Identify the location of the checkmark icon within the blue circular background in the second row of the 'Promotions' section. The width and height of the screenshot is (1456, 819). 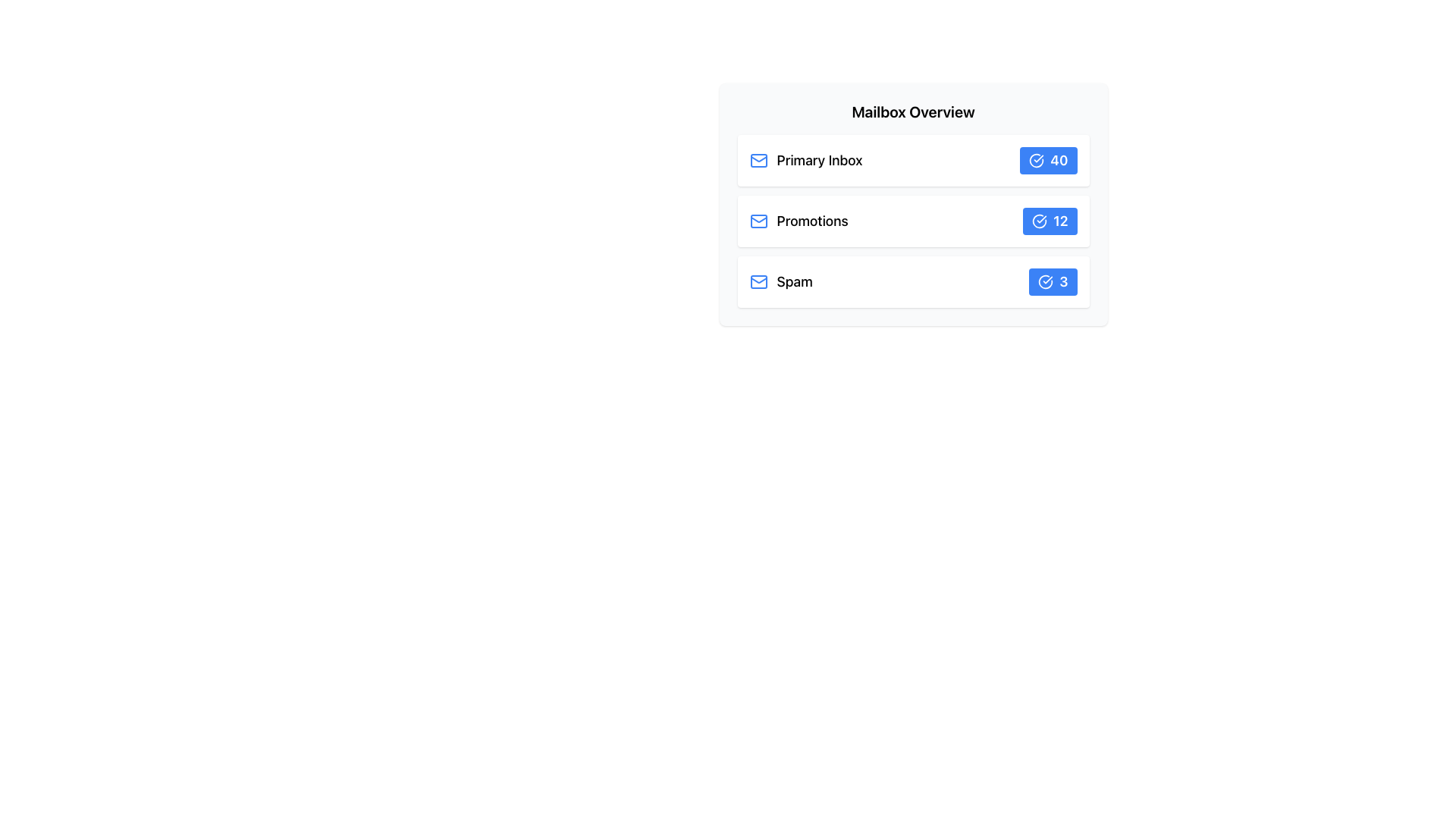
(1039, 221).